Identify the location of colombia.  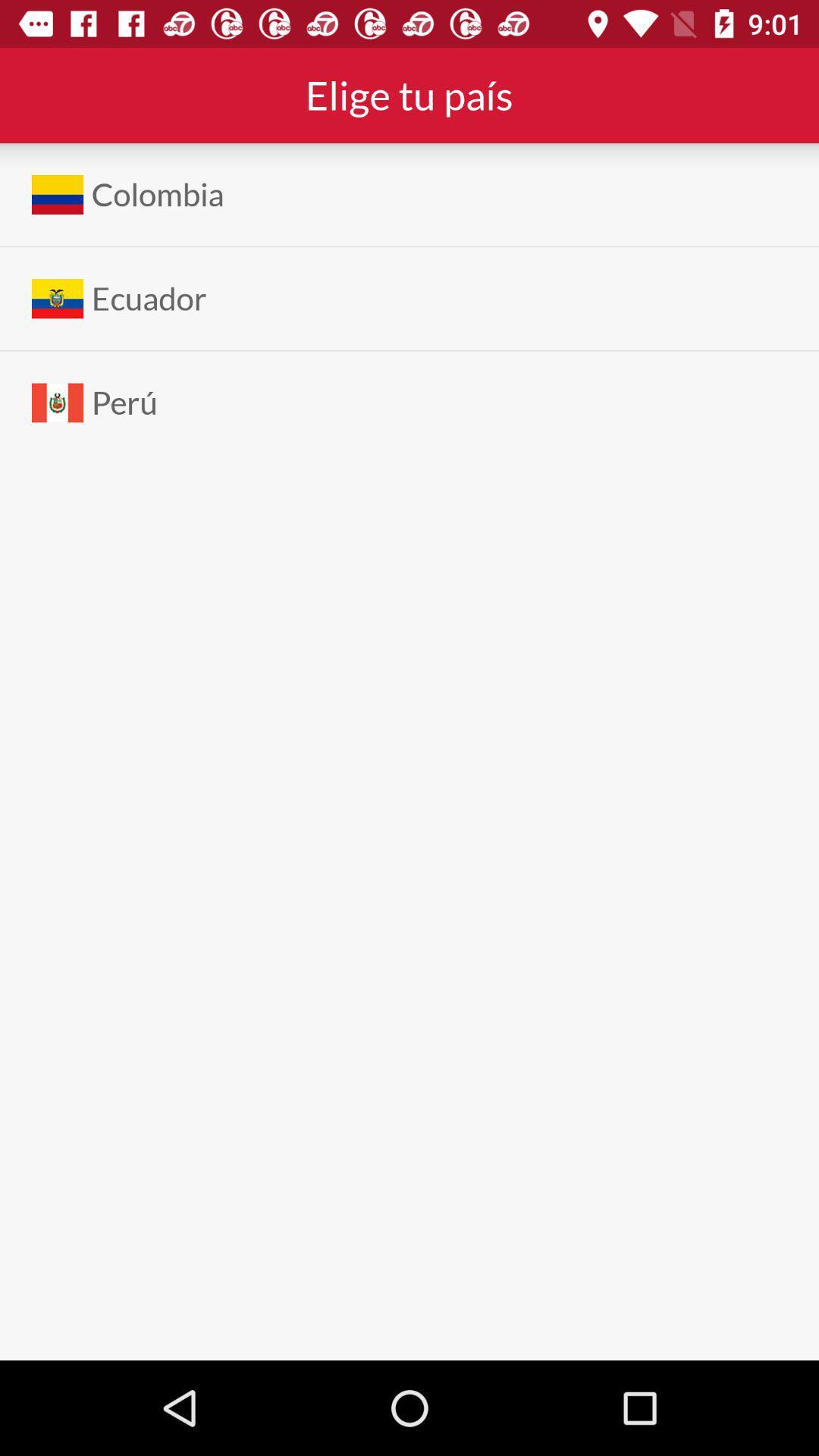
(158, 193).